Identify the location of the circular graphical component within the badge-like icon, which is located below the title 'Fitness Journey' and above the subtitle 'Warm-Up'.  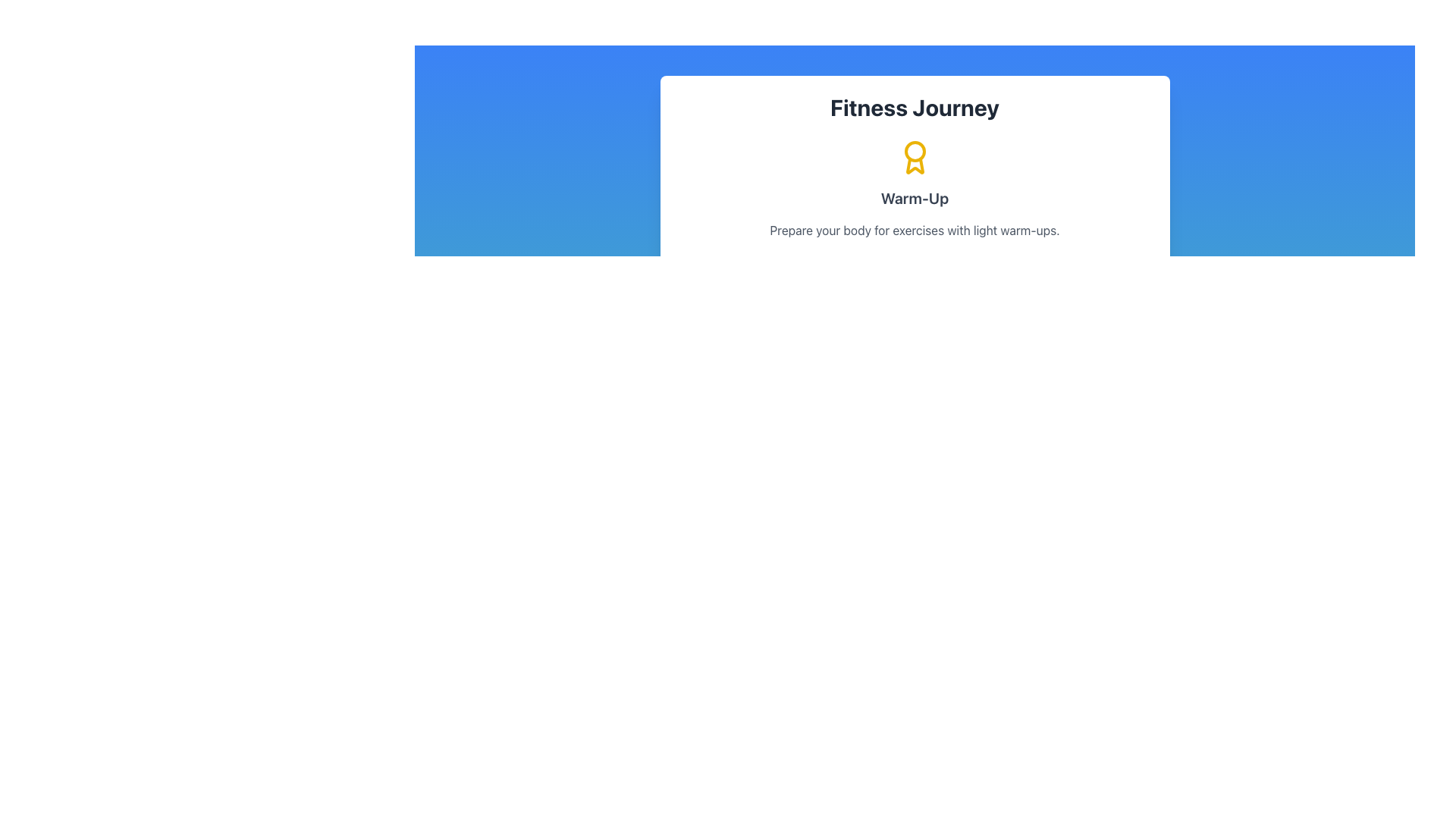
(914, 152).